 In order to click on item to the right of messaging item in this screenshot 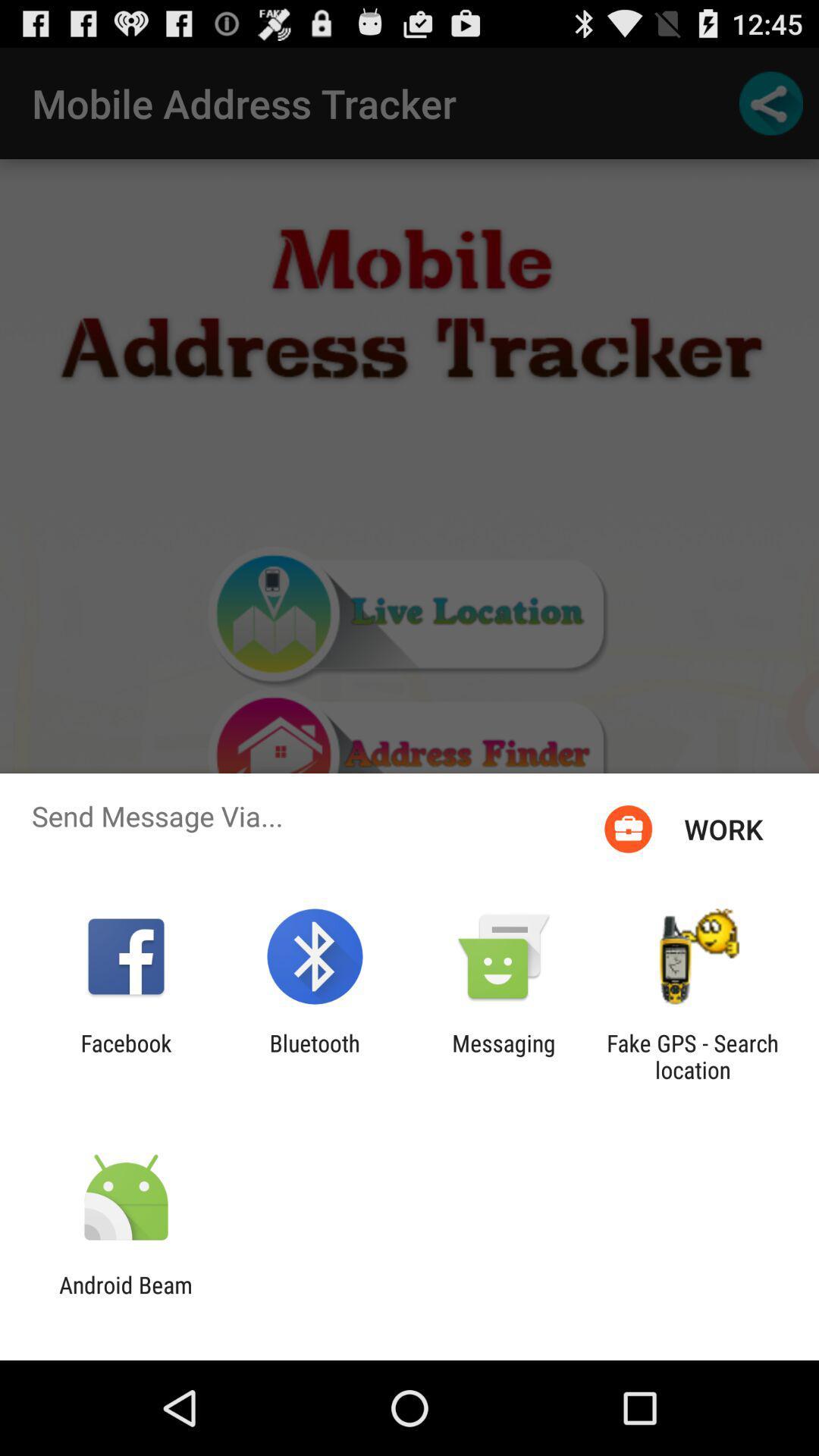, I will do `click(692, 1056)`.